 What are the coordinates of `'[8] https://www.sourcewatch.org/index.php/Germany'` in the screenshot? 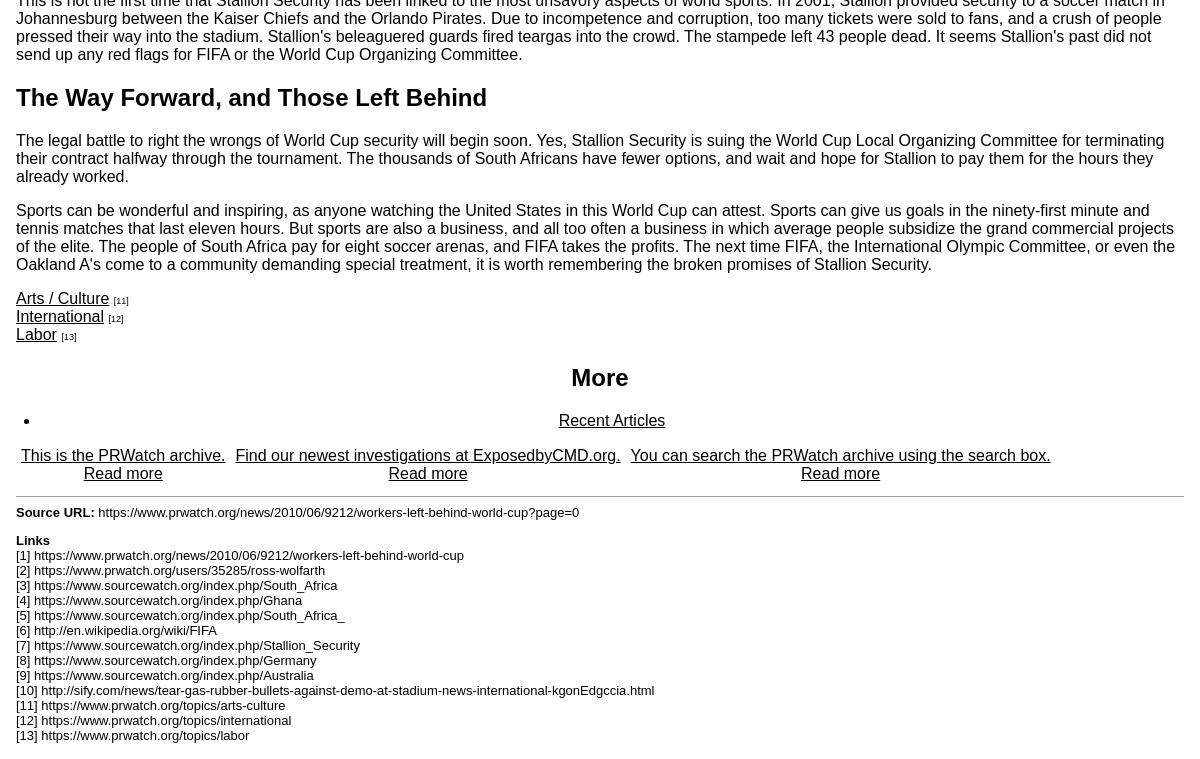 It's located at (15, 660).